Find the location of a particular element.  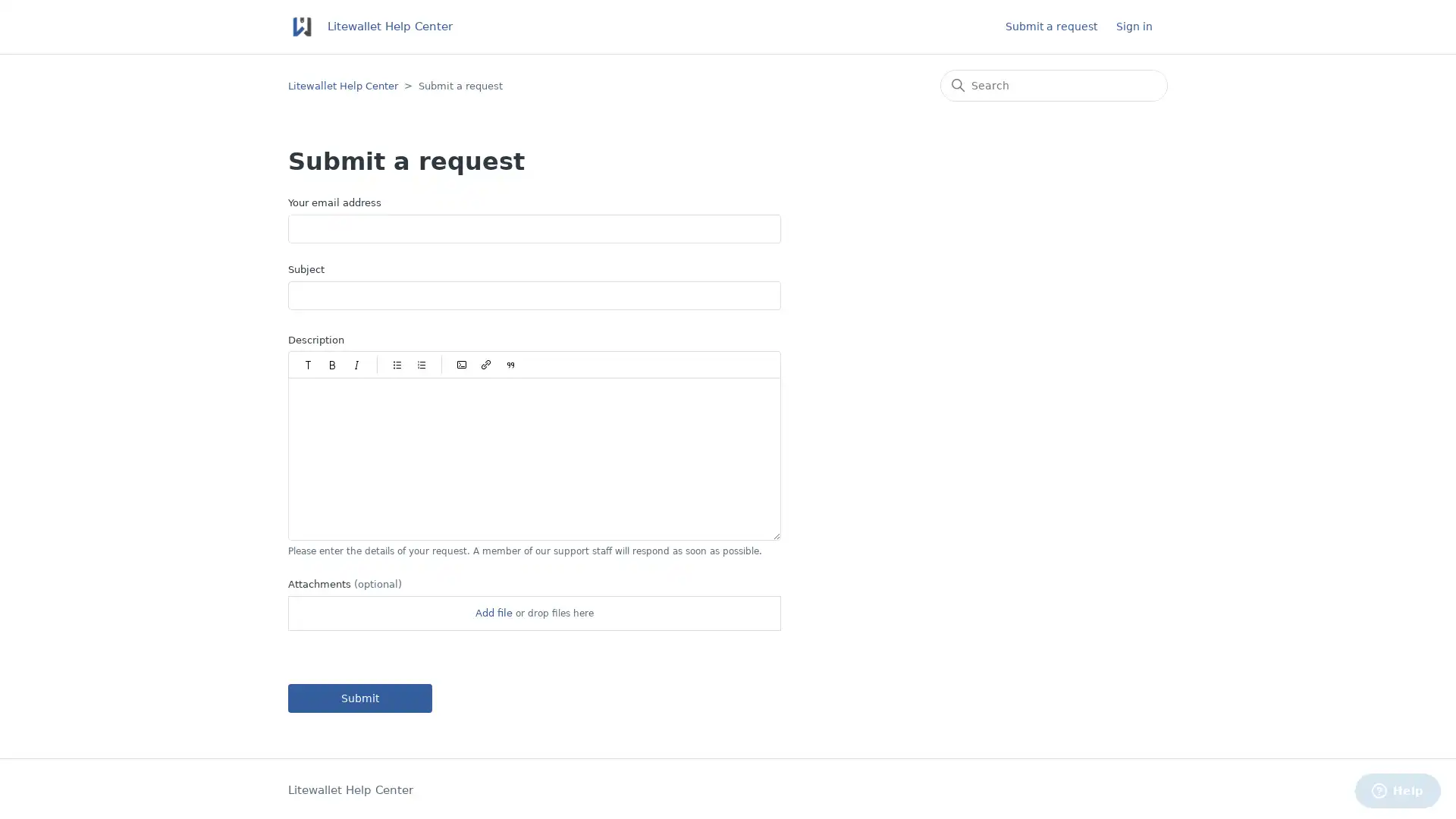

Numbered list is located at coordinates (422, 365).